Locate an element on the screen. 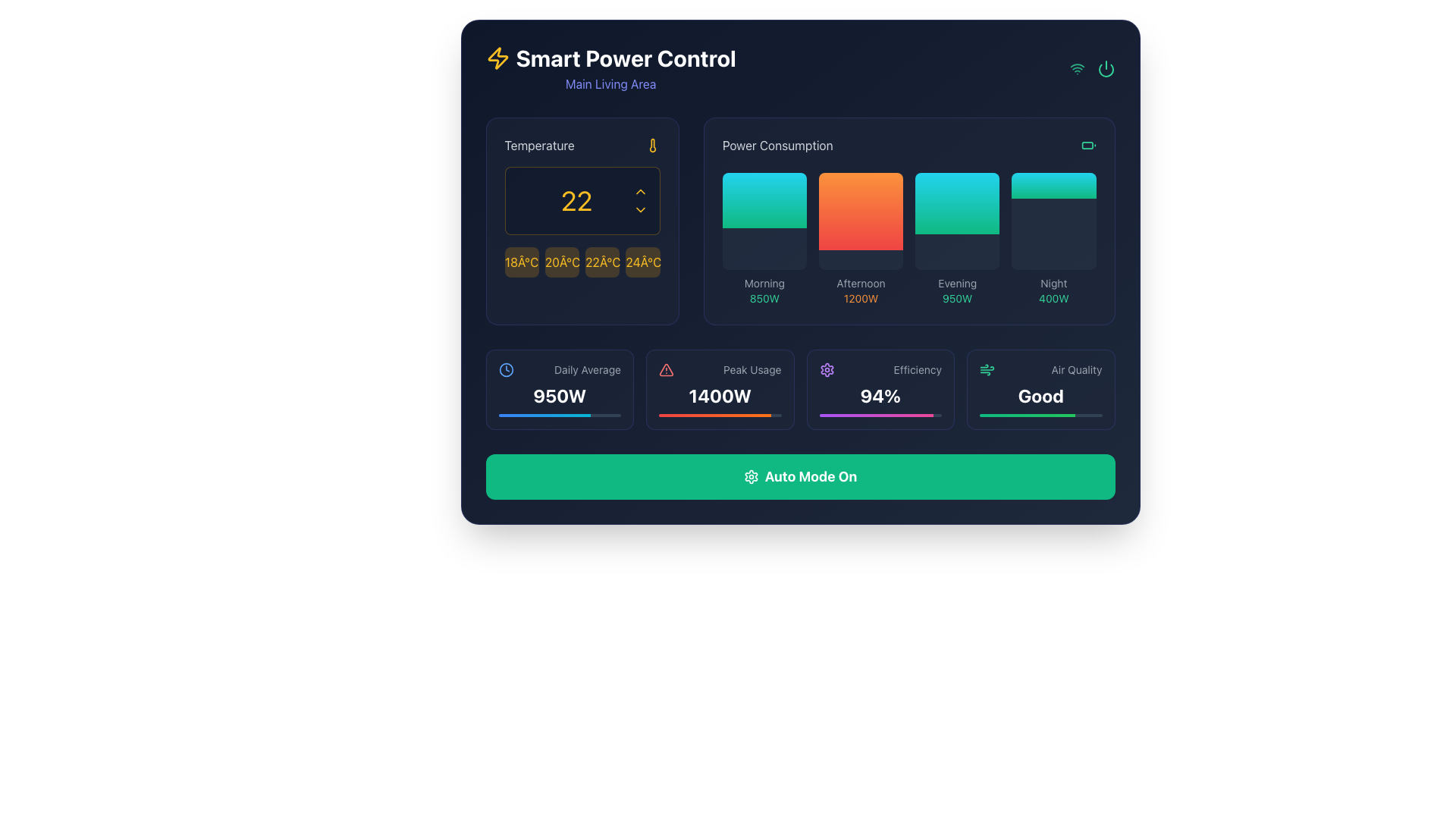 Image resolution: width=1456 pixels, height=819 pixels. efficiency value displayed in the Informative panel, which shows '94%' in bold white text is located at coordinates (880, 388).